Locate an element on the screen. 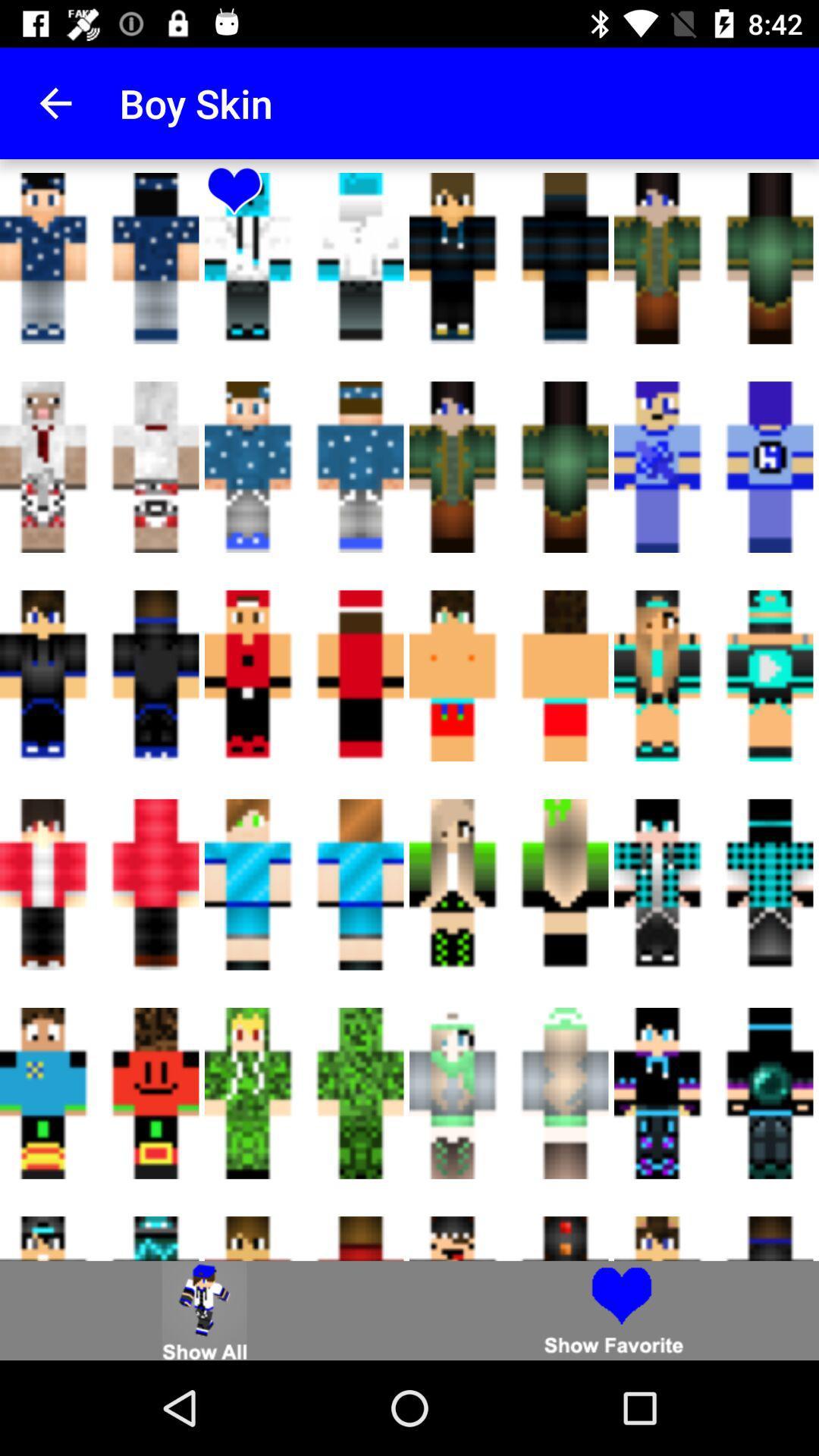  show favourite skins is located at coordinates (614, 1310).